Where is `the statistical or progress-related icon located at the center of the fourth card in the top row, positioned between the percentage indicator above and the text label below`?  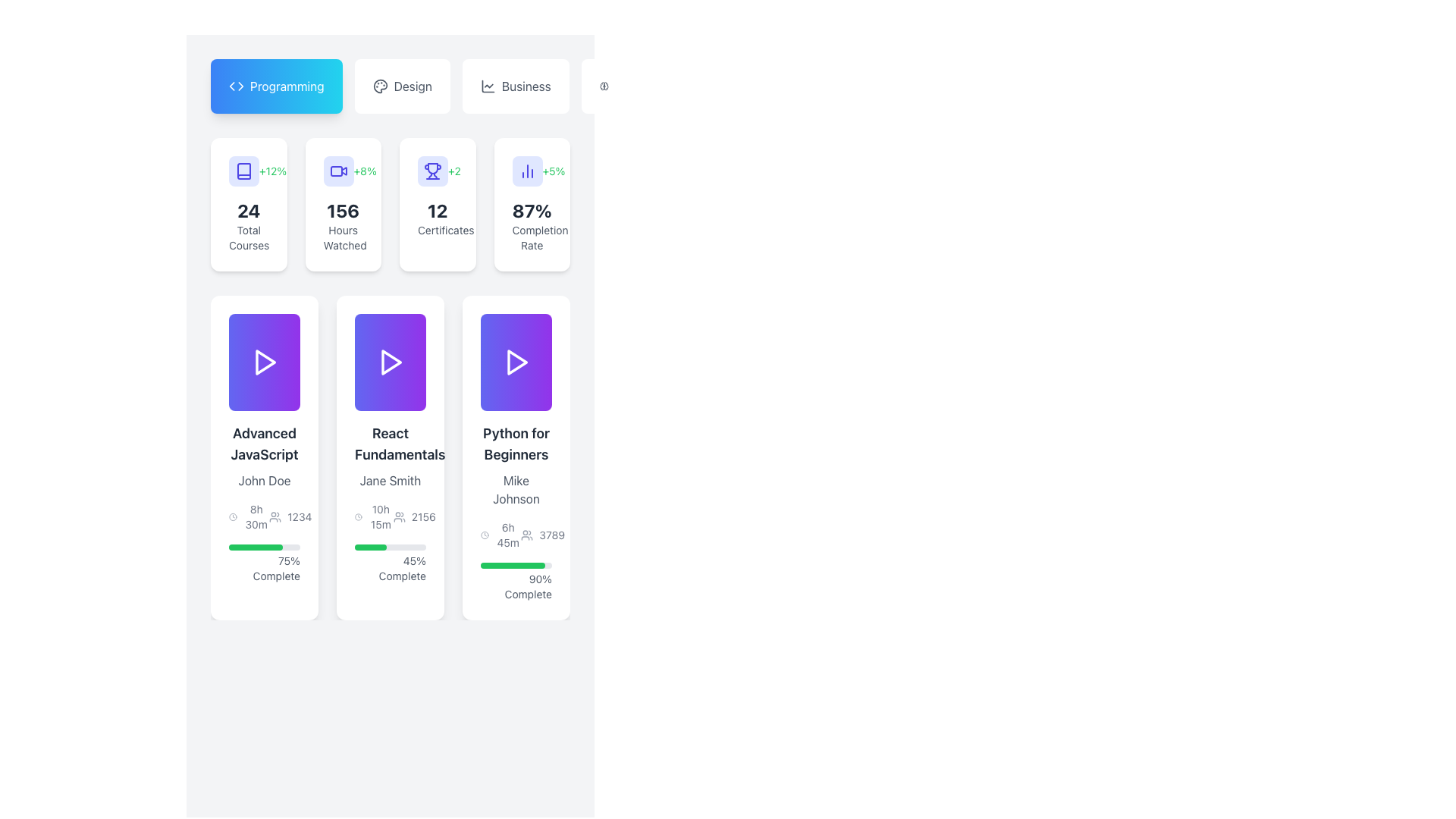
the statistical or progress-related icon located at the center of the fourth card in the top row, positioned between the percentage indicator above and the text label below is located at coordinates (527, 171).